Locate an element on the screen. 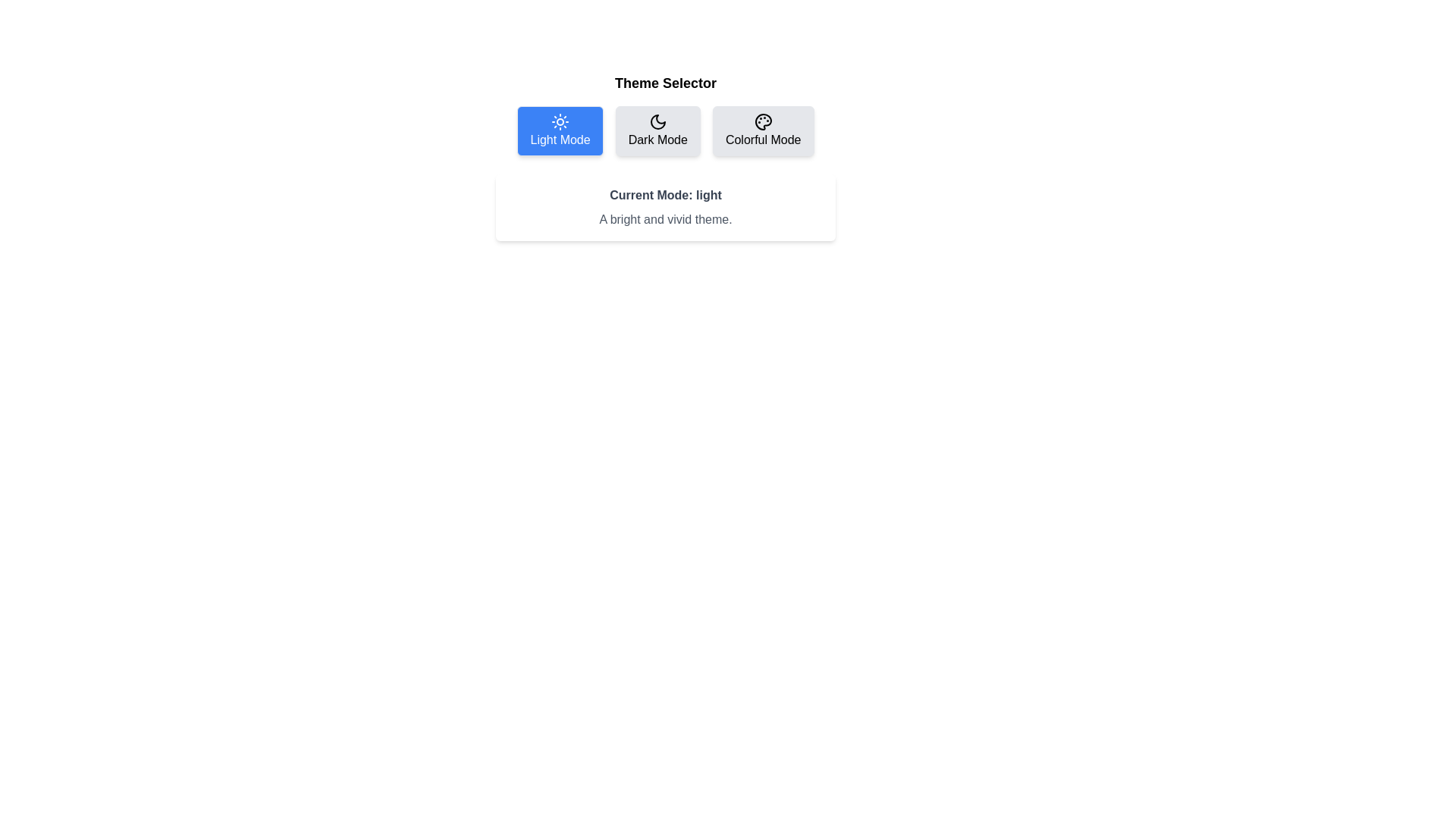  the 'Light Mode' option in the theme selection group to set the application theme is located at coordinates (560, 140).